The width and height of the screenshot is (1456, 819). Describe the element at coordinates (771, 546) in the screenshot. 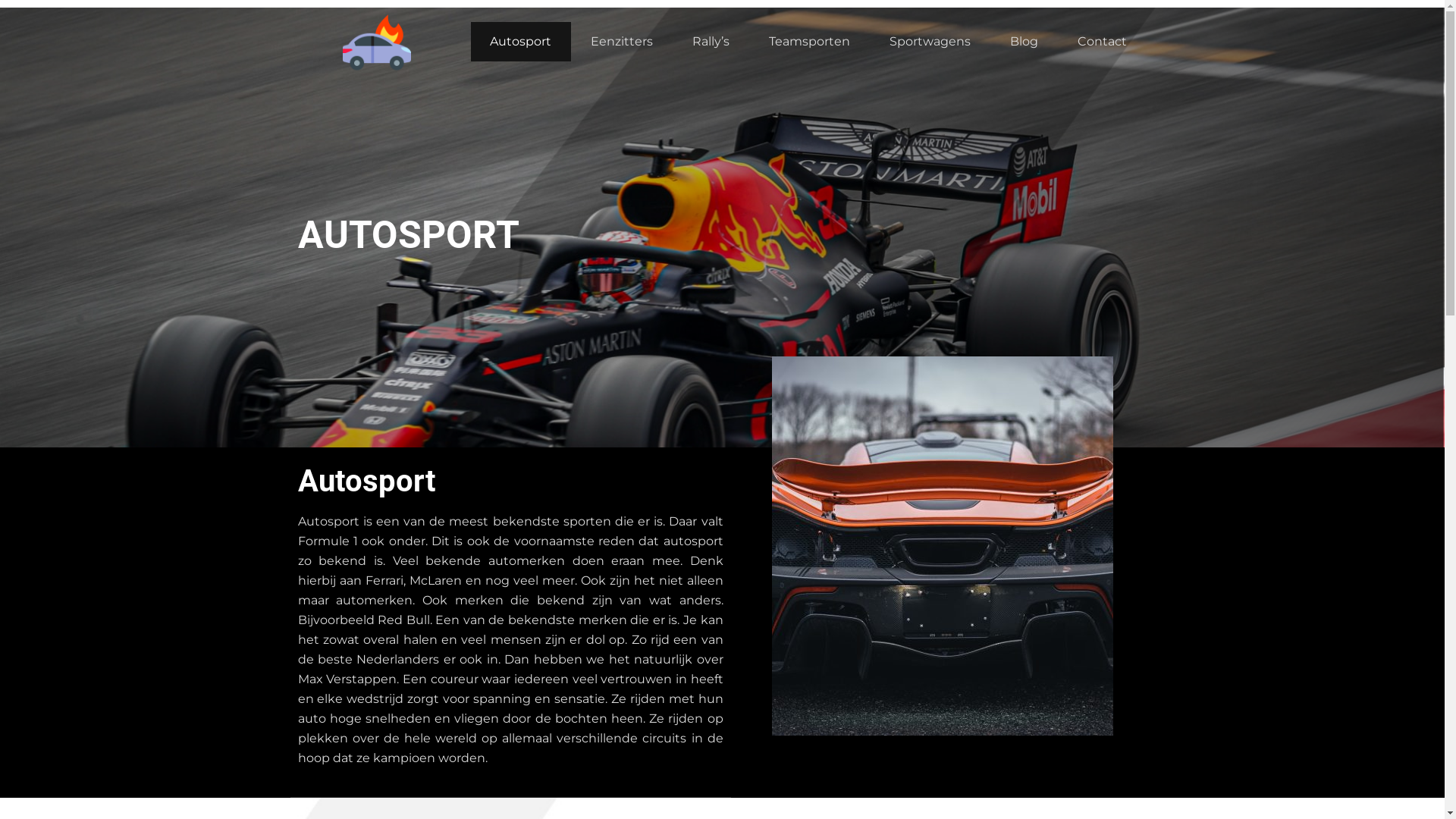

I see `'brandon-atchison-ndrjunfmqwY-unsplash'` at that location.